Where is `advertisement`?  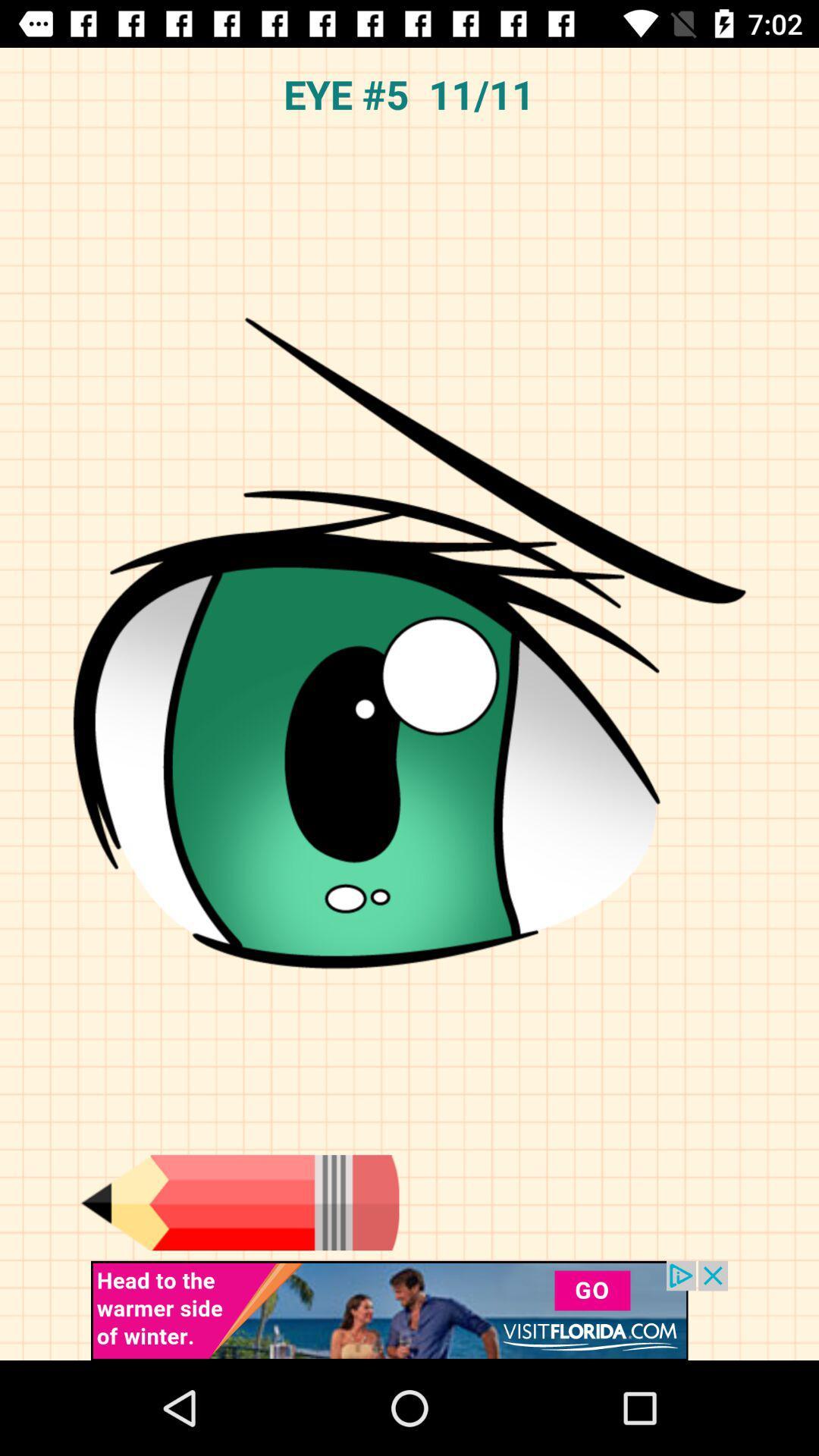 advertisement is located at coordinates (409, 1310).